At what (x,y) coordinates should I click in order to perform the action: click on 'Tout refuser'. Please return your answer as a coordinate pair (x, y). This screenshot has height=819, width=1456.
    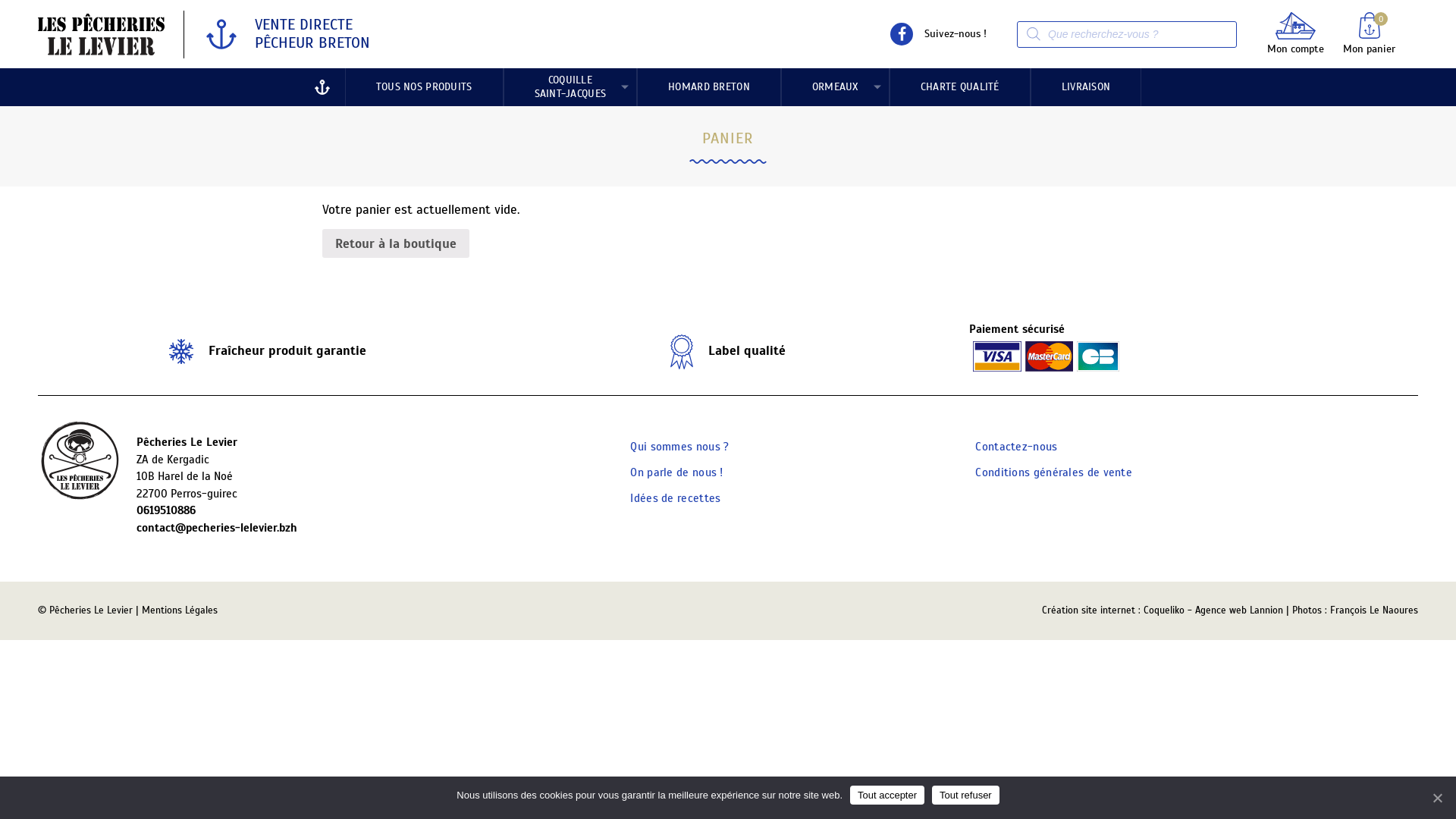
    Looking at the image, I should click on (965, 794).